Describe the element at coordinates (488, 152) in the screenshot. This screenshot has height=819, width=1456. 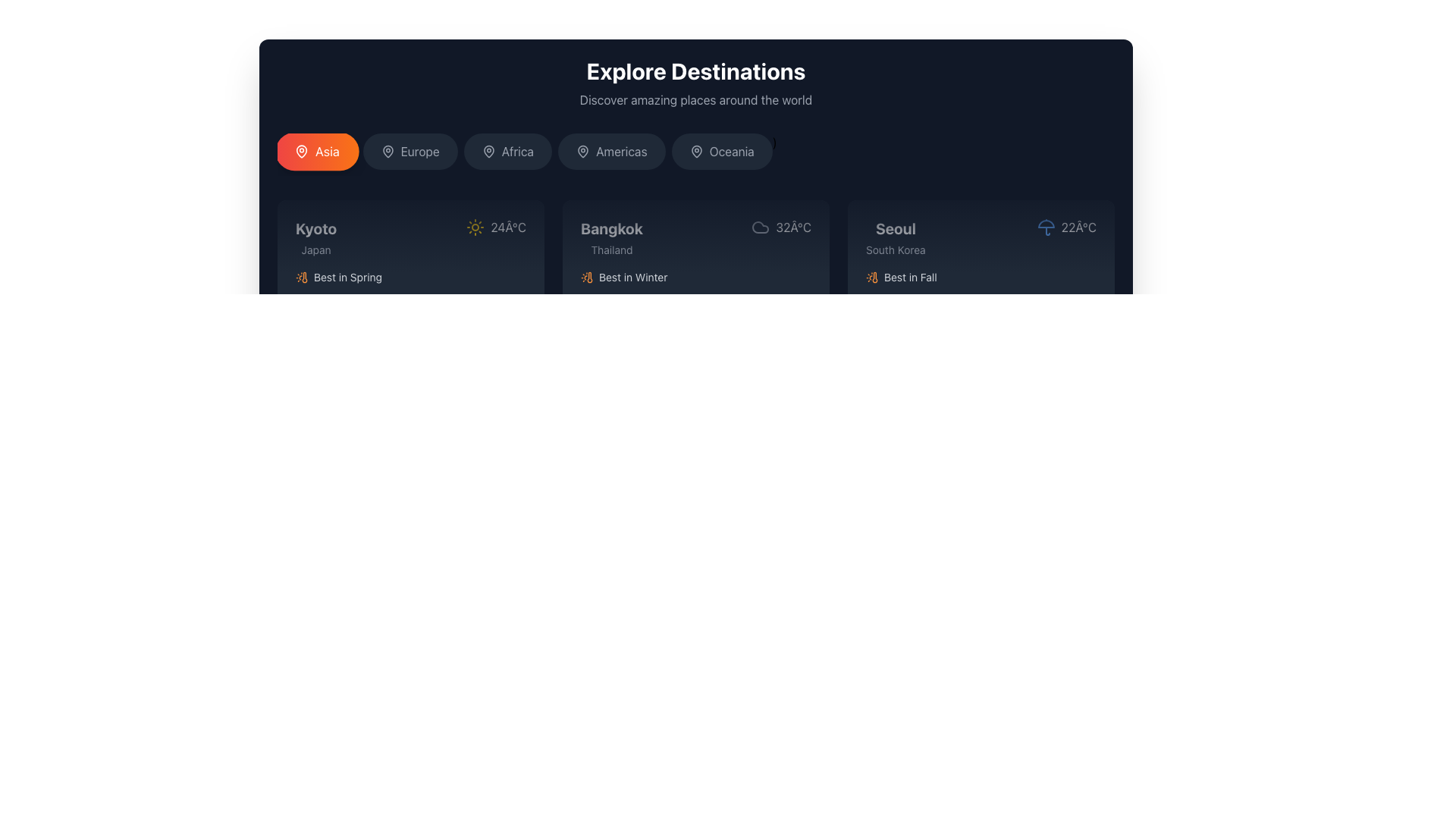
I see `the small pin icon styled as a location marker located next to the text label 'Africa'` at that location.